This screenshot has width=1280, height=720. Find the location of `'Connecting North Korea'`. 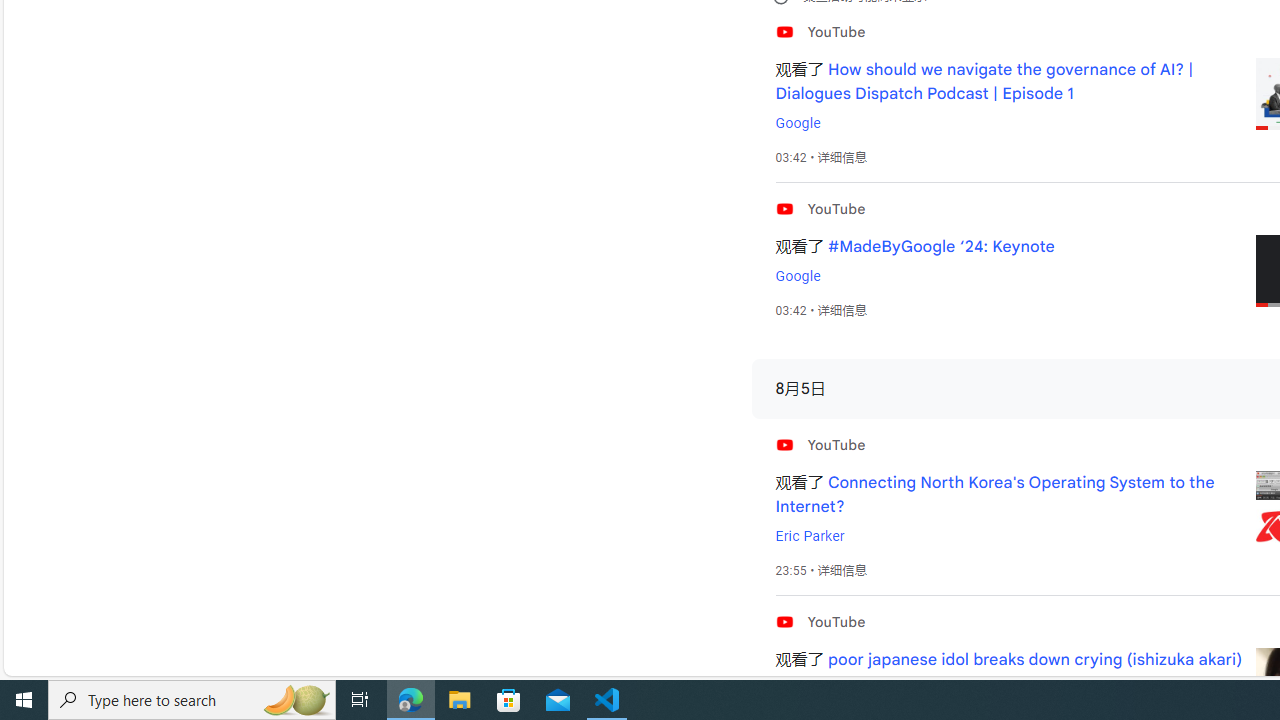

'Connecting North Korea' is located at coordinates (994, 495).